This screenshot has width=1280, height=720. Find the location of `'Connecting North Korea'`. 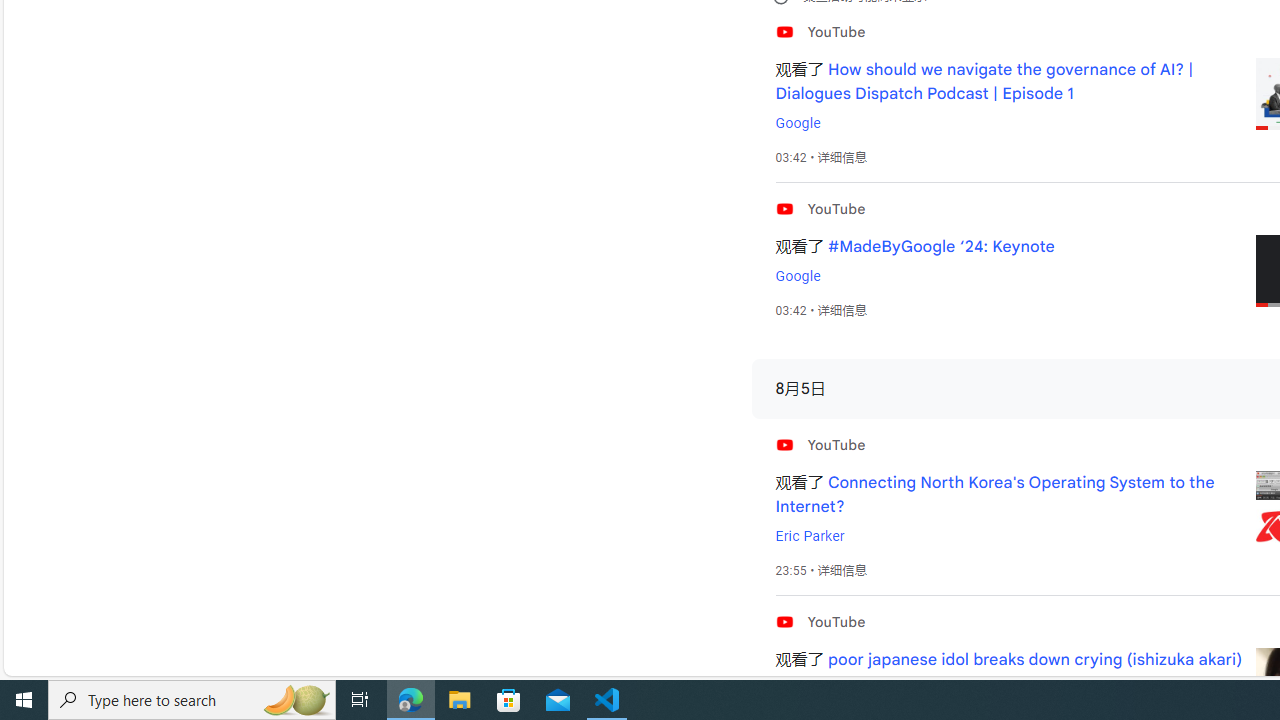

'Connecting North Korea' is located at coordinates (994, 495).